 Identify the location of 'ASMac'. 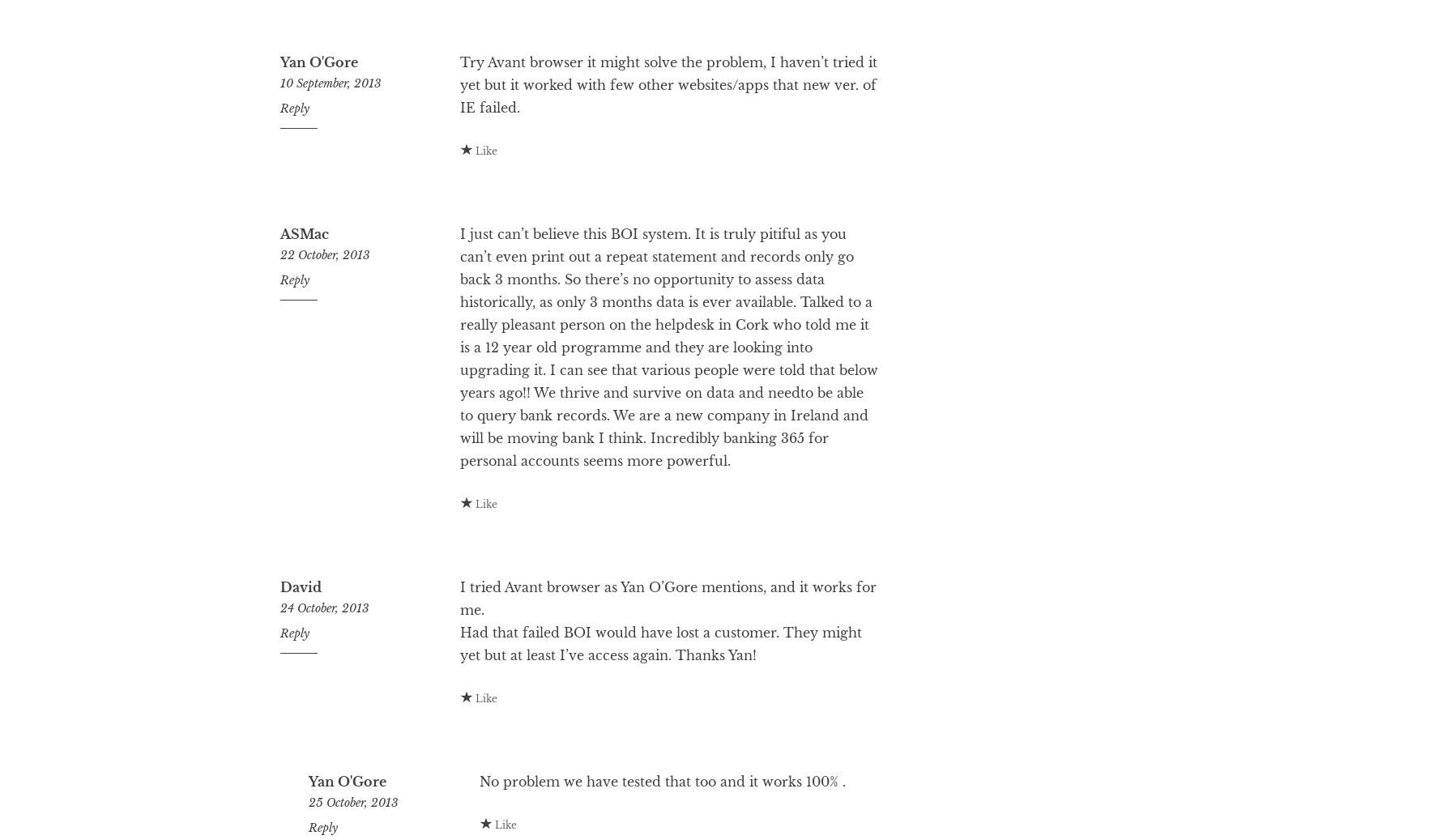
(303, 297).